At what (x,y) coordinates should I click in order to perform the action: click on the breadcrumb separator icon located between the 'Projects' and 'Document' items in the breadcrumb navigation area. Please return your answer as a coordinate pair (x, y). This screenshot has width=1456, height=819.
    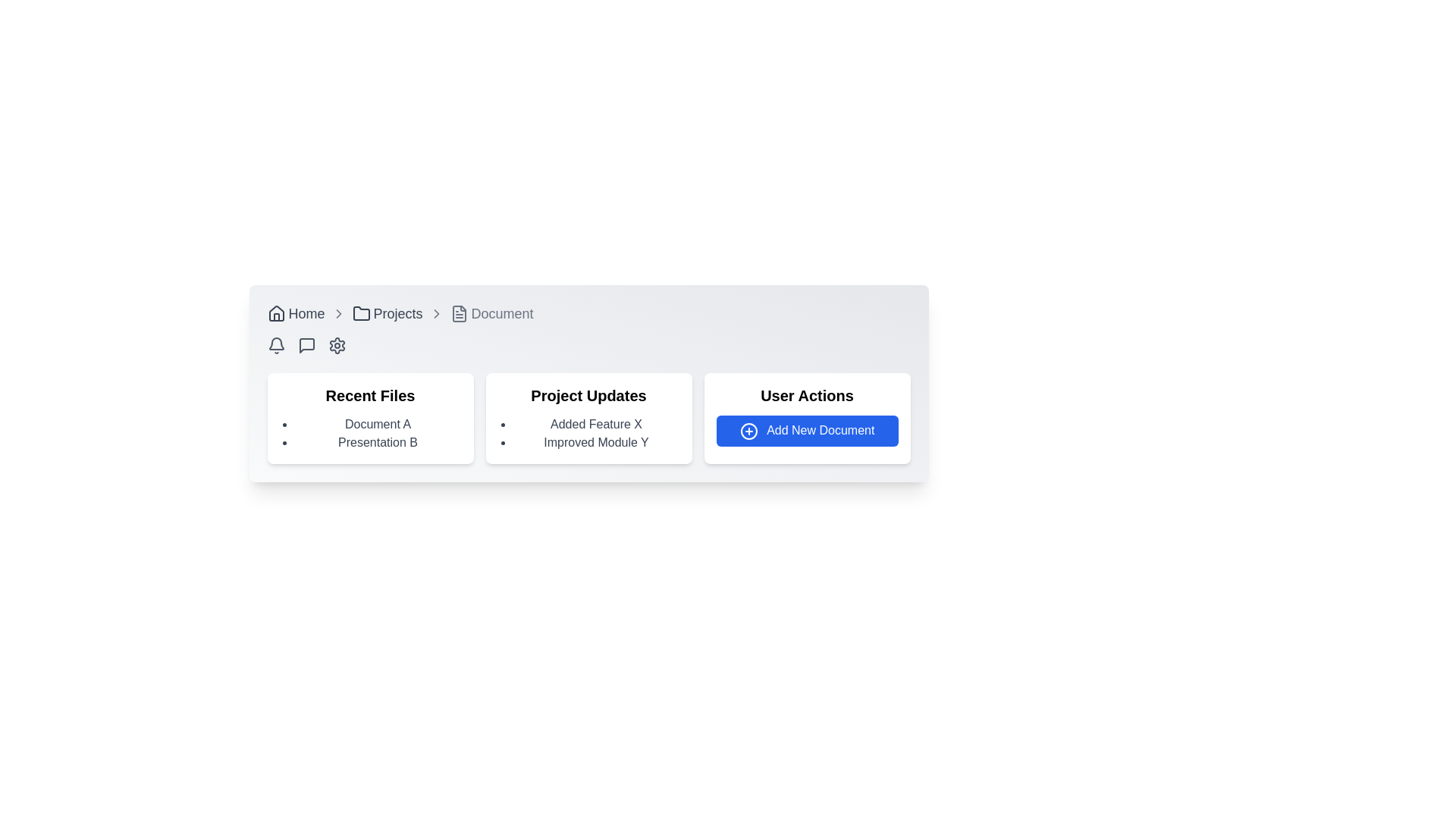
    Looking at the image, I should click on (435, 312).